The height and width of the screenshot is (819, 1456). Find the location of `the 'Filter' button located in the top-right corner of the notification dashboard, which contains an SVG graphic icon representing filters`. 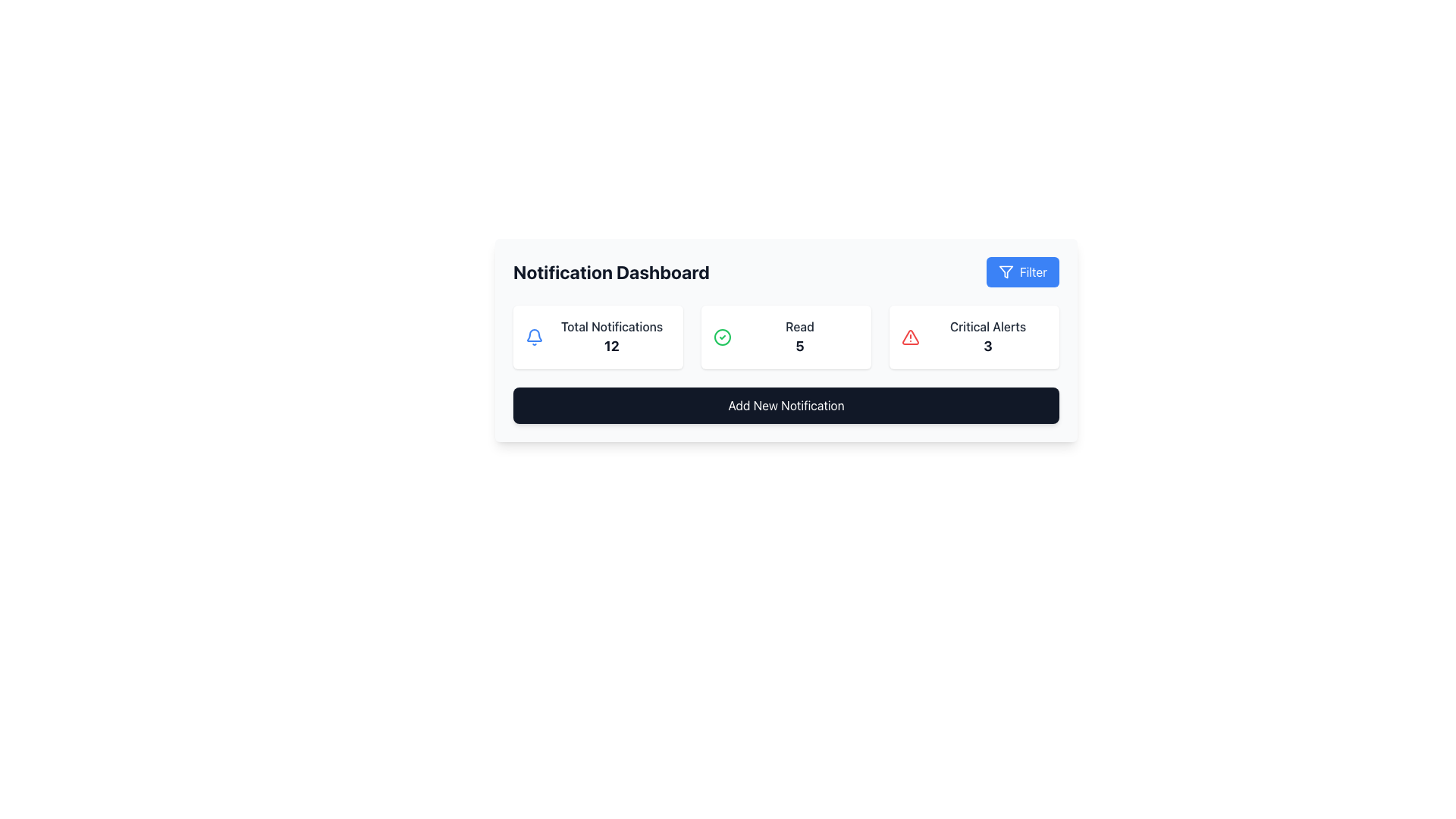

the 'Filter' button located in the top-right corner of the notification dashboard, which contains an SVG graphic icon representing filters is located at coordinates (1006, 271).